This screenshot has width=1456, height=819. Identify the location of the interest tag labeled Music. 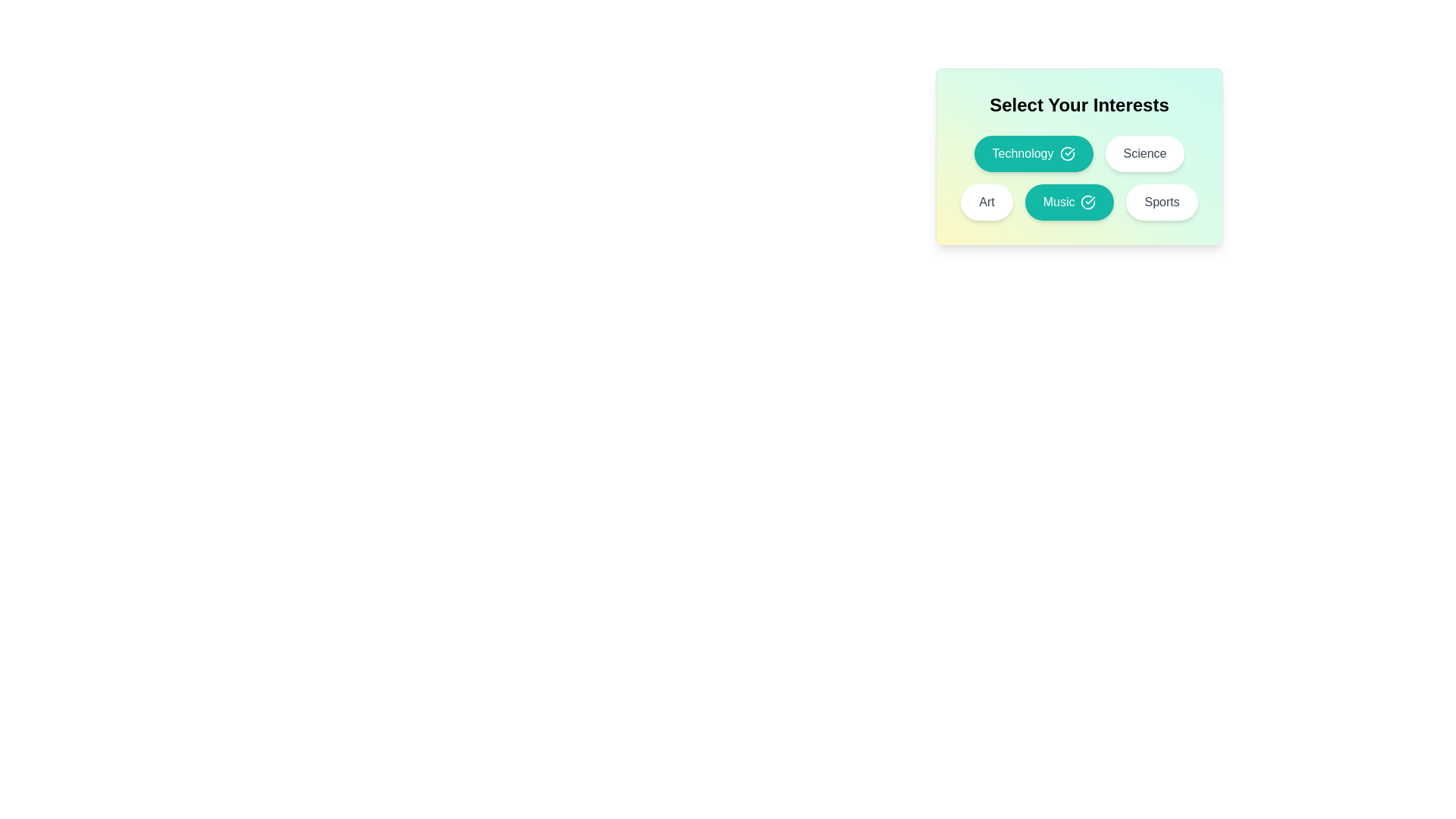
(1068, 201).